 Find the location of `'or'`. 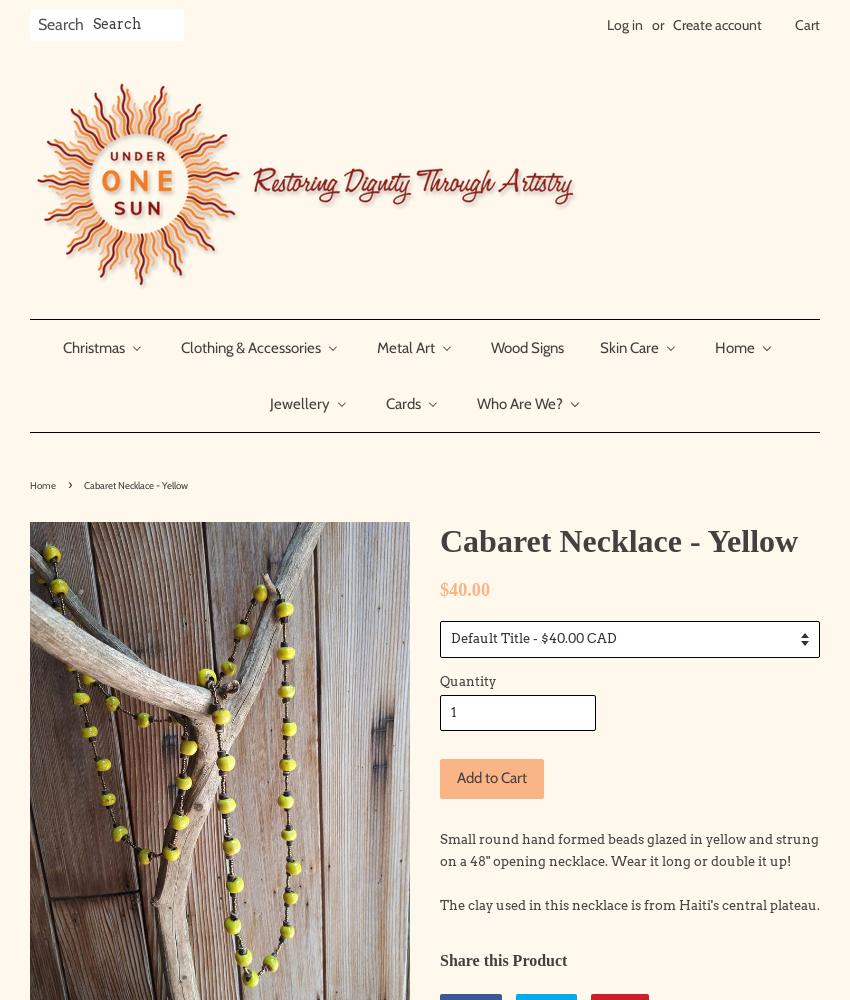

'or' is located at coordinates (657, 23).